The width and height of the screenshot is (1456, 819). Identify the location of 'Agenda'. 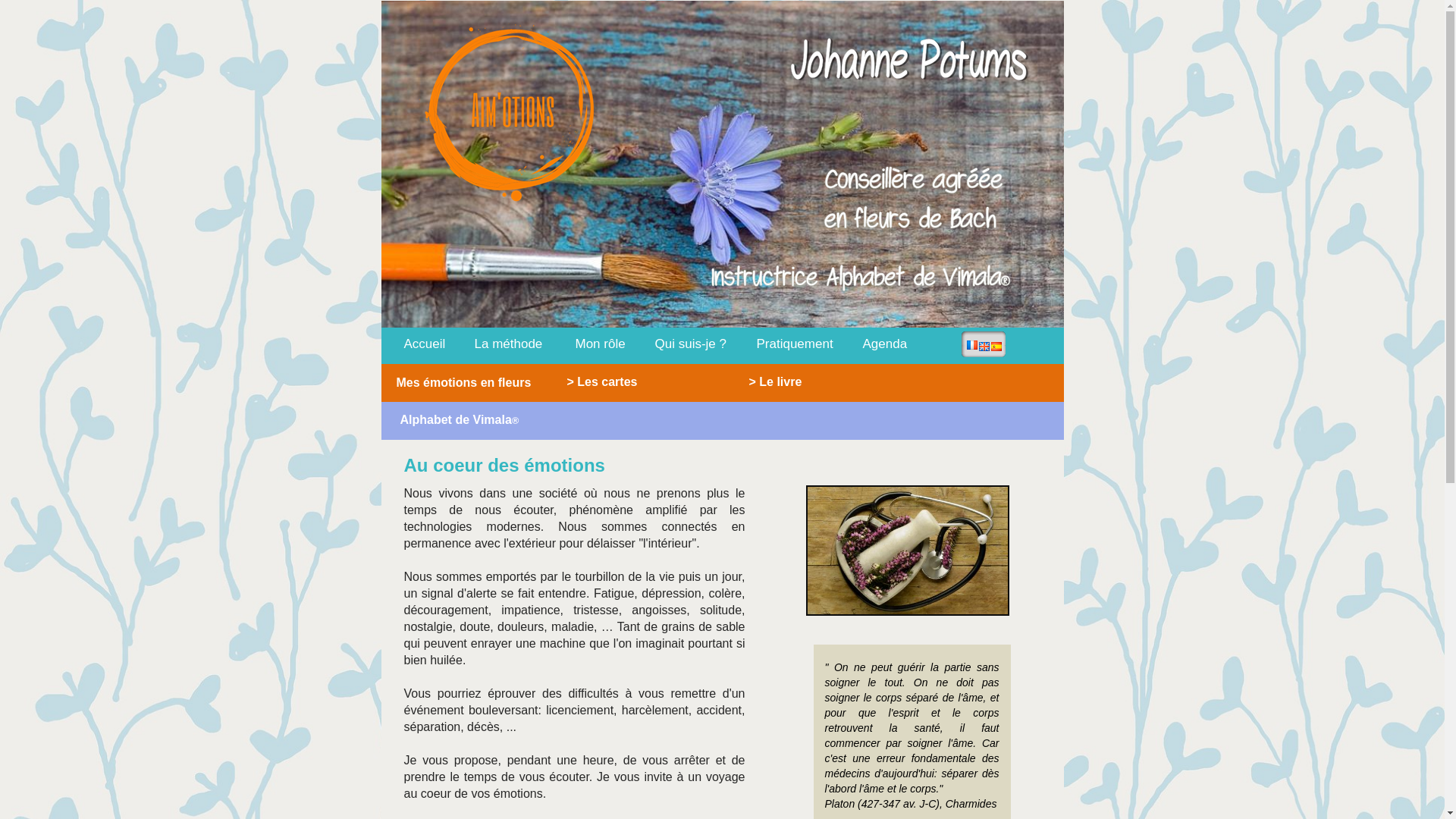
(885, 343).